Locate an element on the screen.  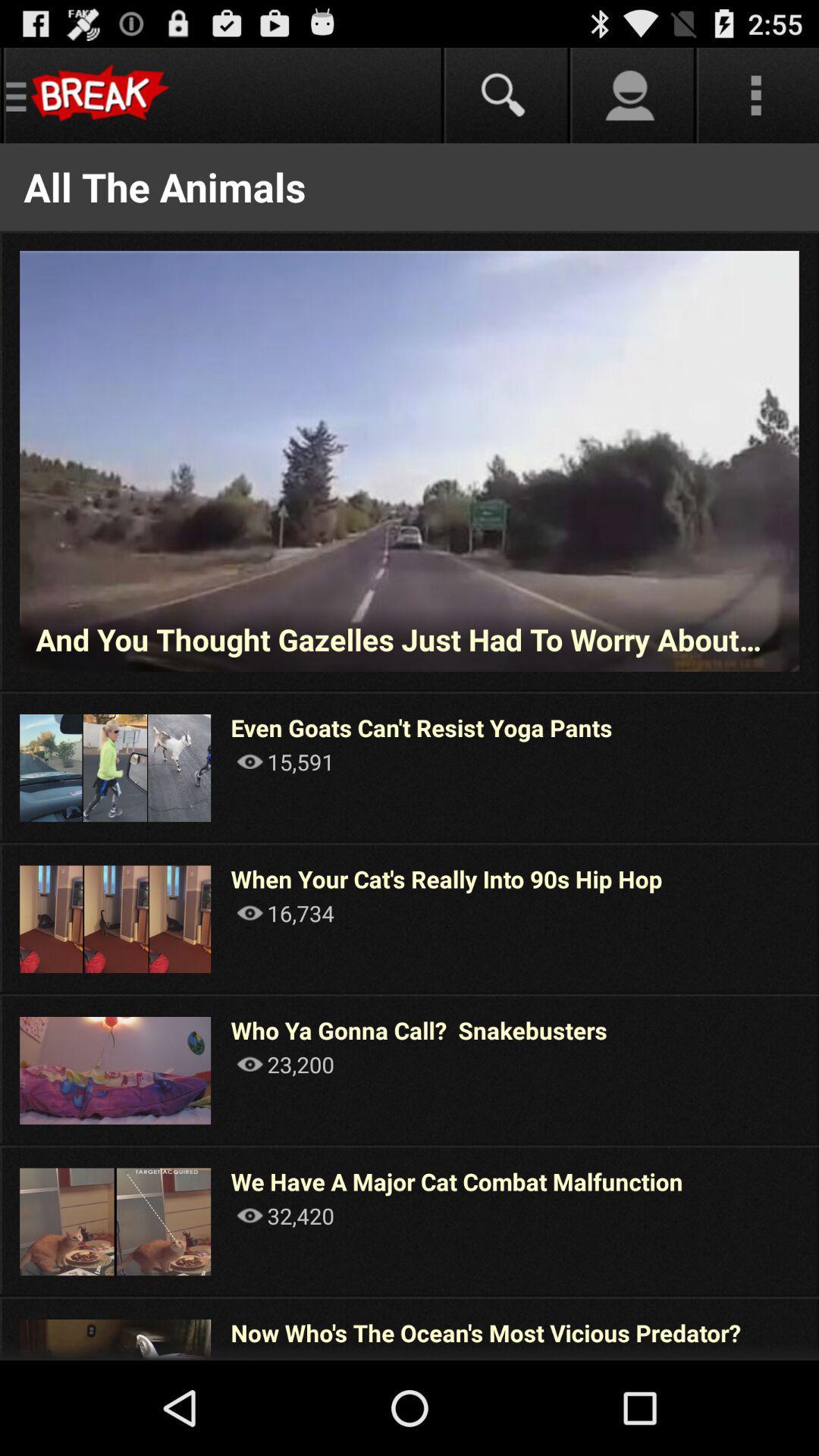
the when your cat app is located at coordinates (446, 879).